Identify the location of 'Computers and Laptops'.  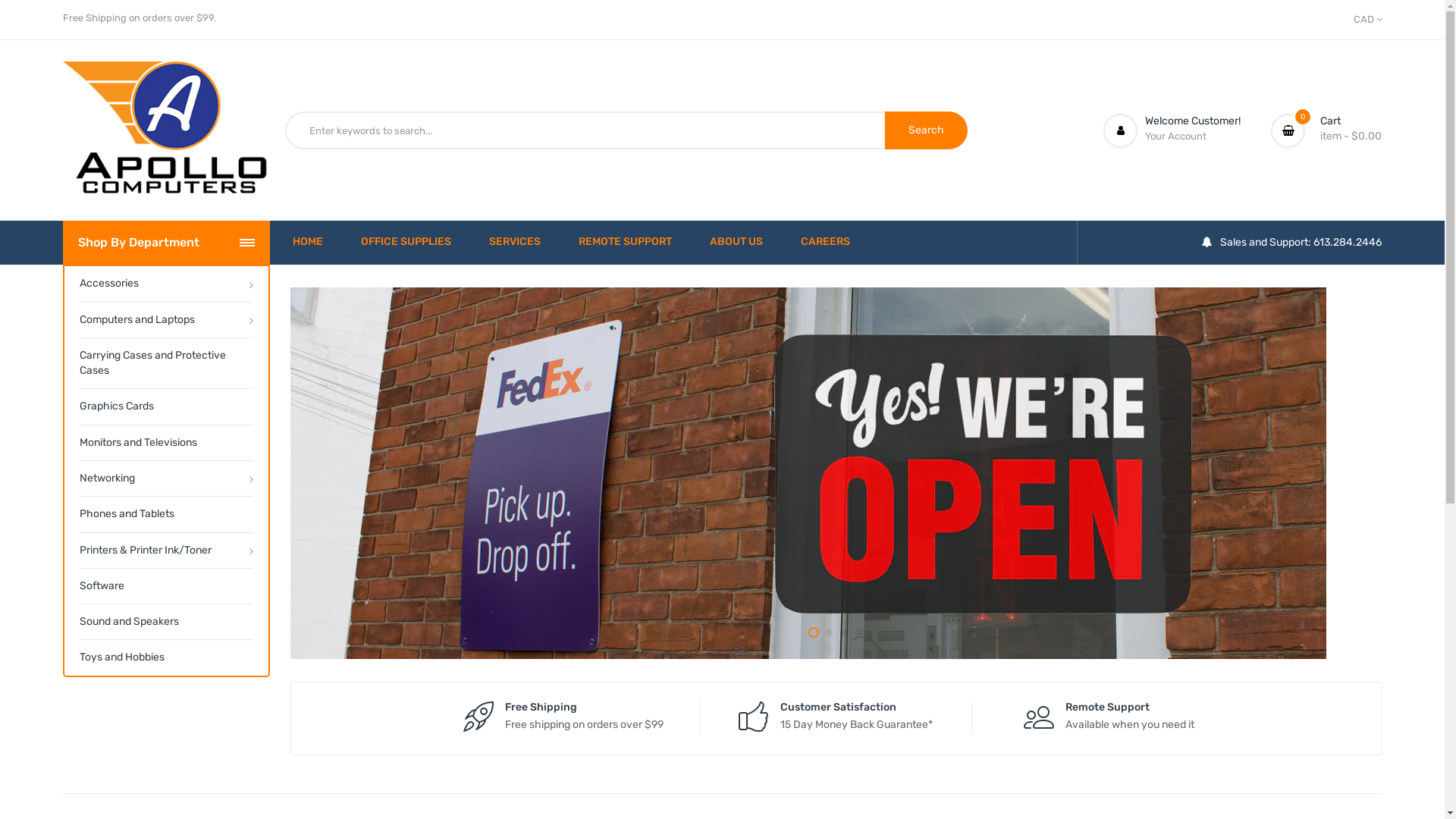
(165, 318).